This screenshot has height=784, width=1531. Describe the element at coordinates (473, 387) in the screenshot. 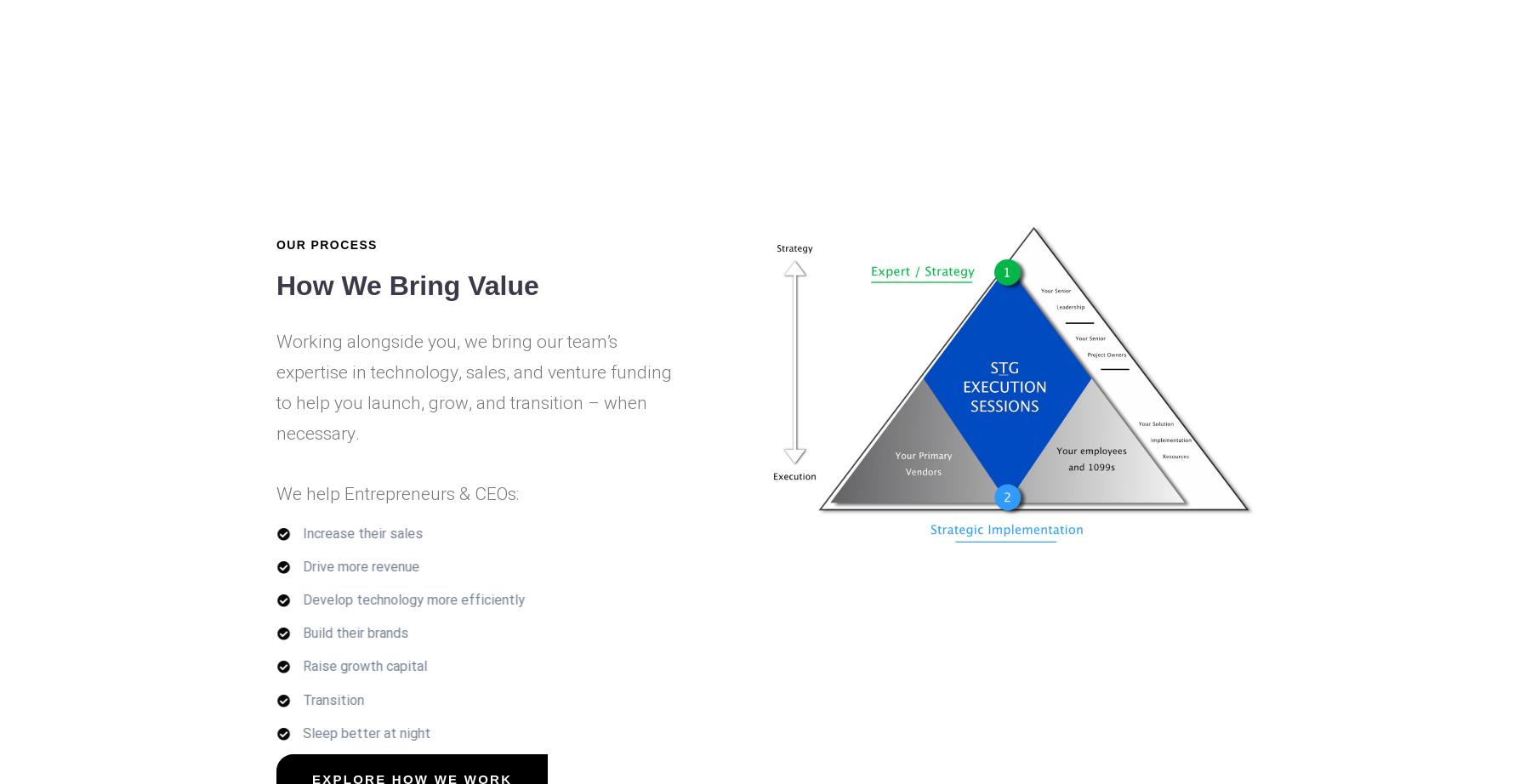

I see `'Working alongside you, we bring our team’s expertise in technology, sales, and venture funding to help you launch, grow, and transition – when necessary.'` at that location.